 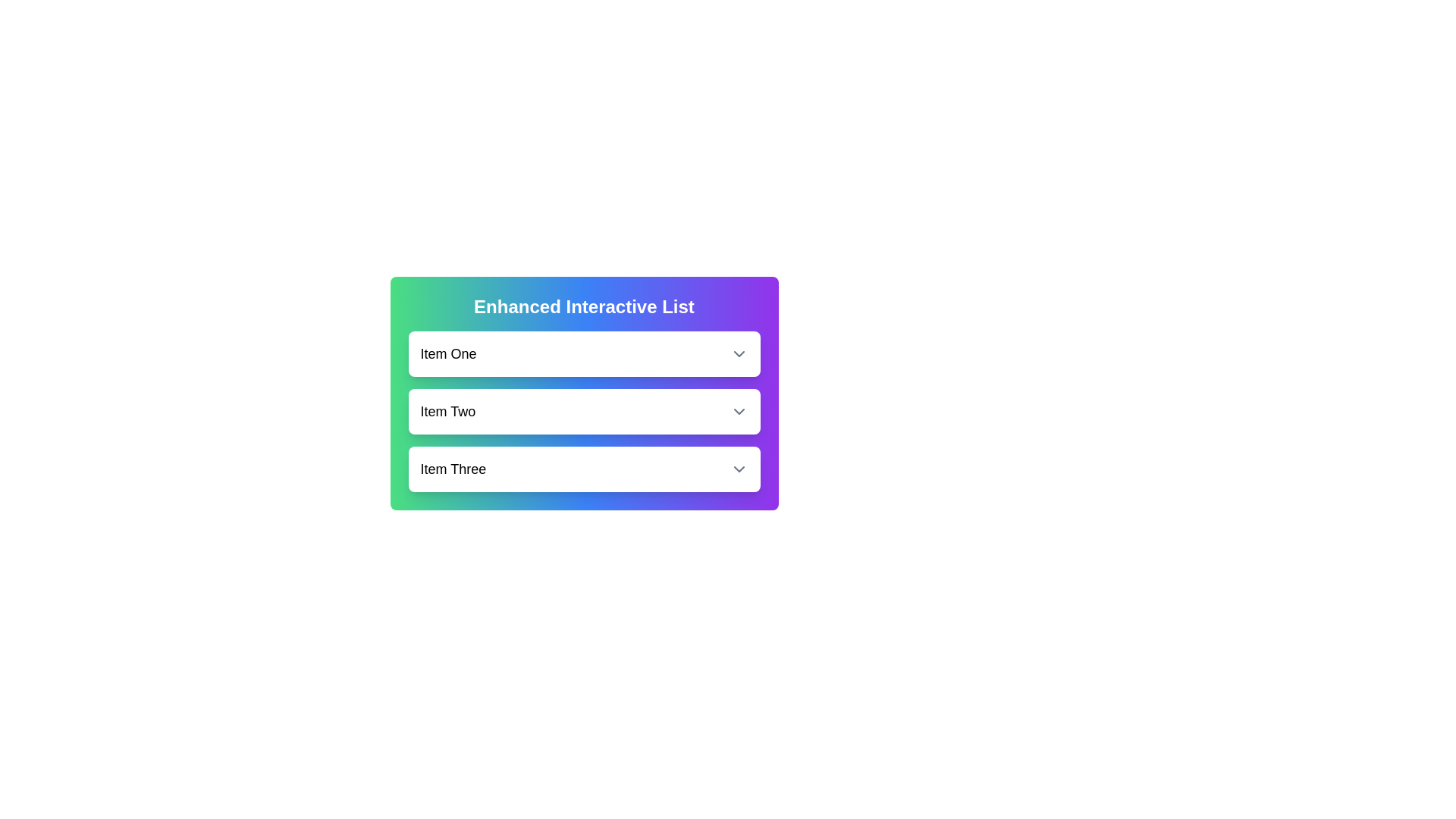 I want to click on the second selectable list item in the vertical list, so click(x=583, y=412).